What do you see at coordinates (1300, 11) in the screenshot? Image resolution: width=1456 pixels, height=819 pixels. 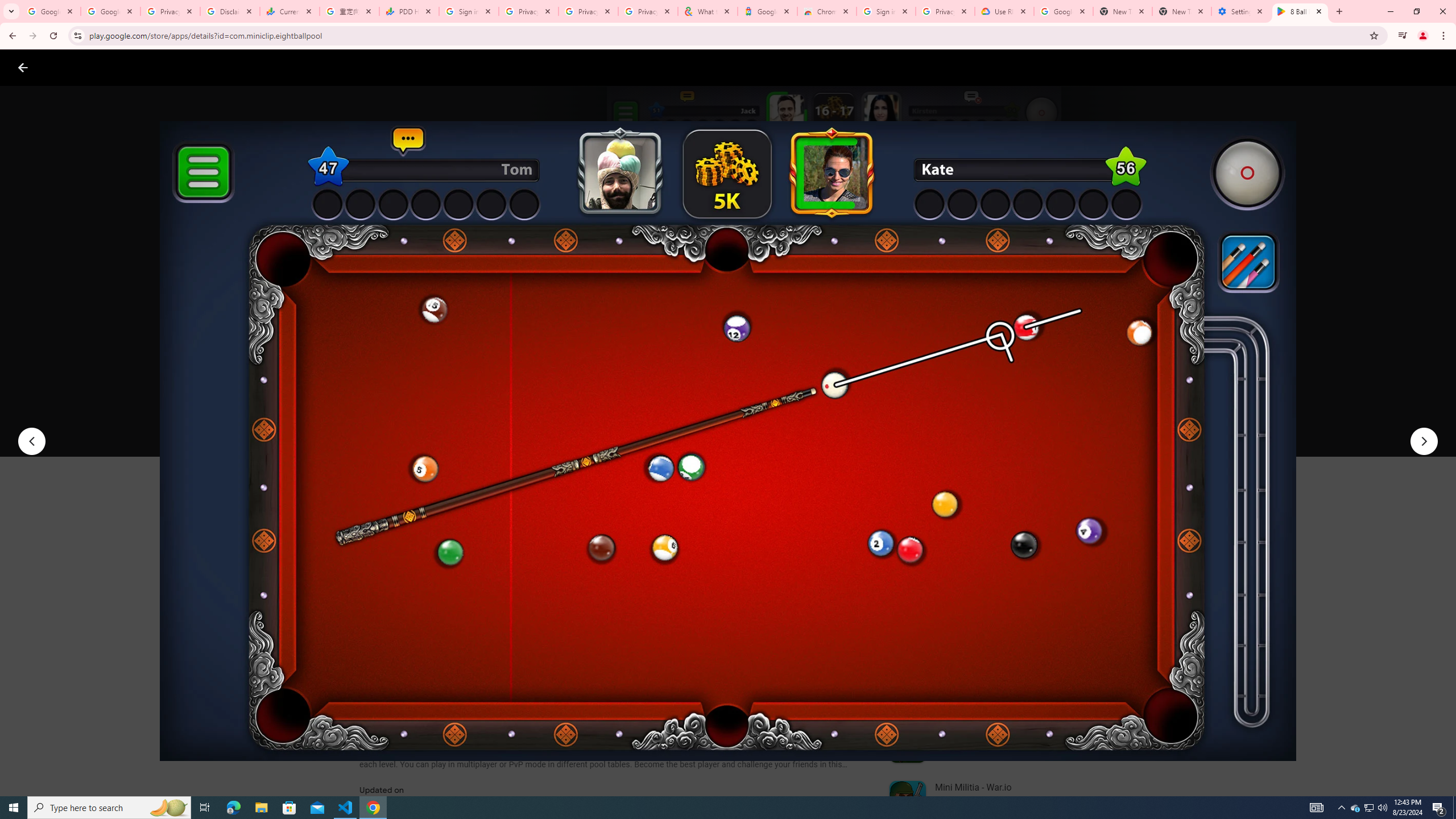 I see `'8 Ball Pool - Apps on Google Play'` at bounding box center [1300, 11].